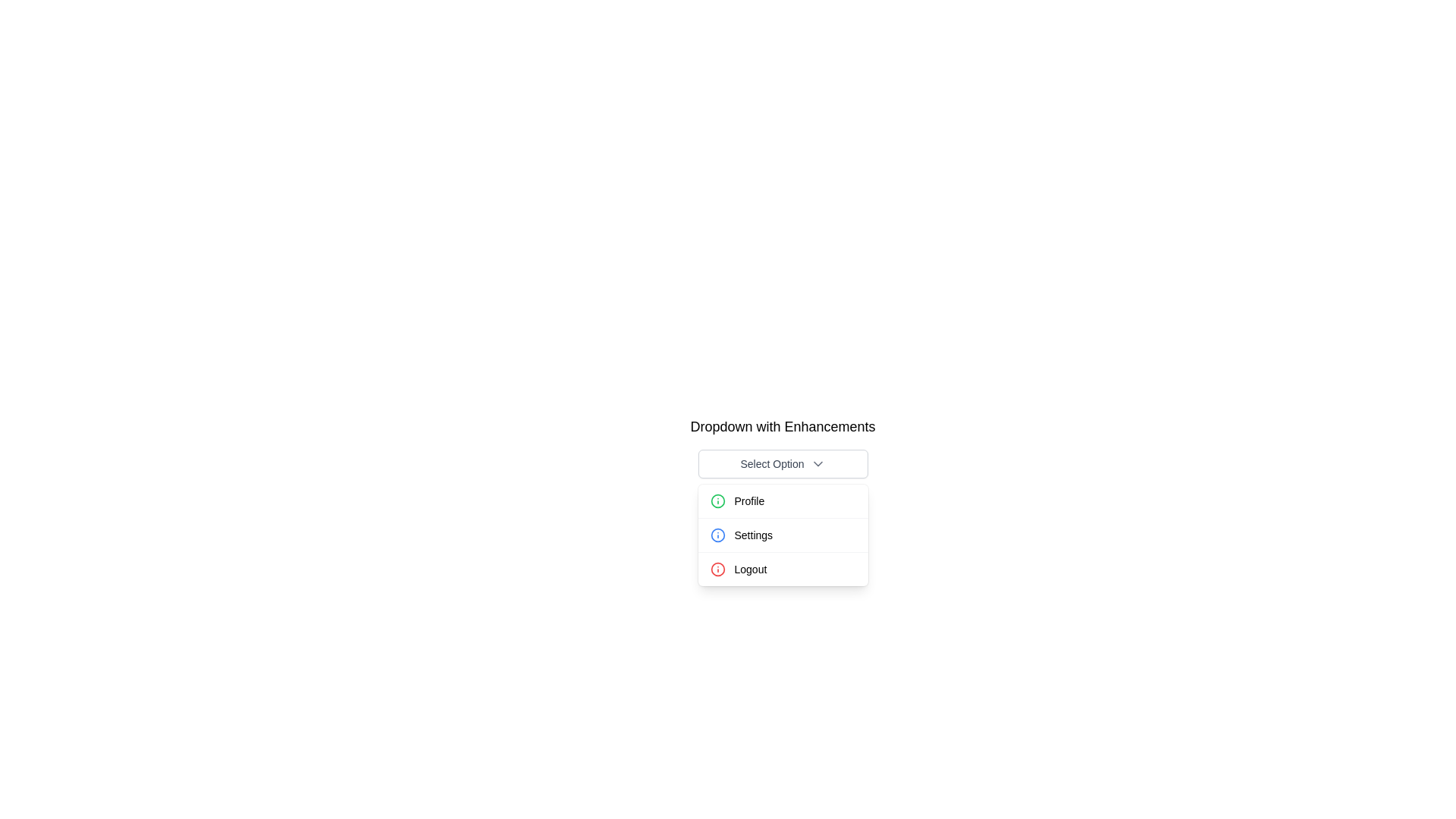  Describe the element at coordinates (717, 534) in the screenshot. I see `the decorative SVG Circle Element that forms part of the icon next to 'Profile' in the dropdown menu options` at that location.